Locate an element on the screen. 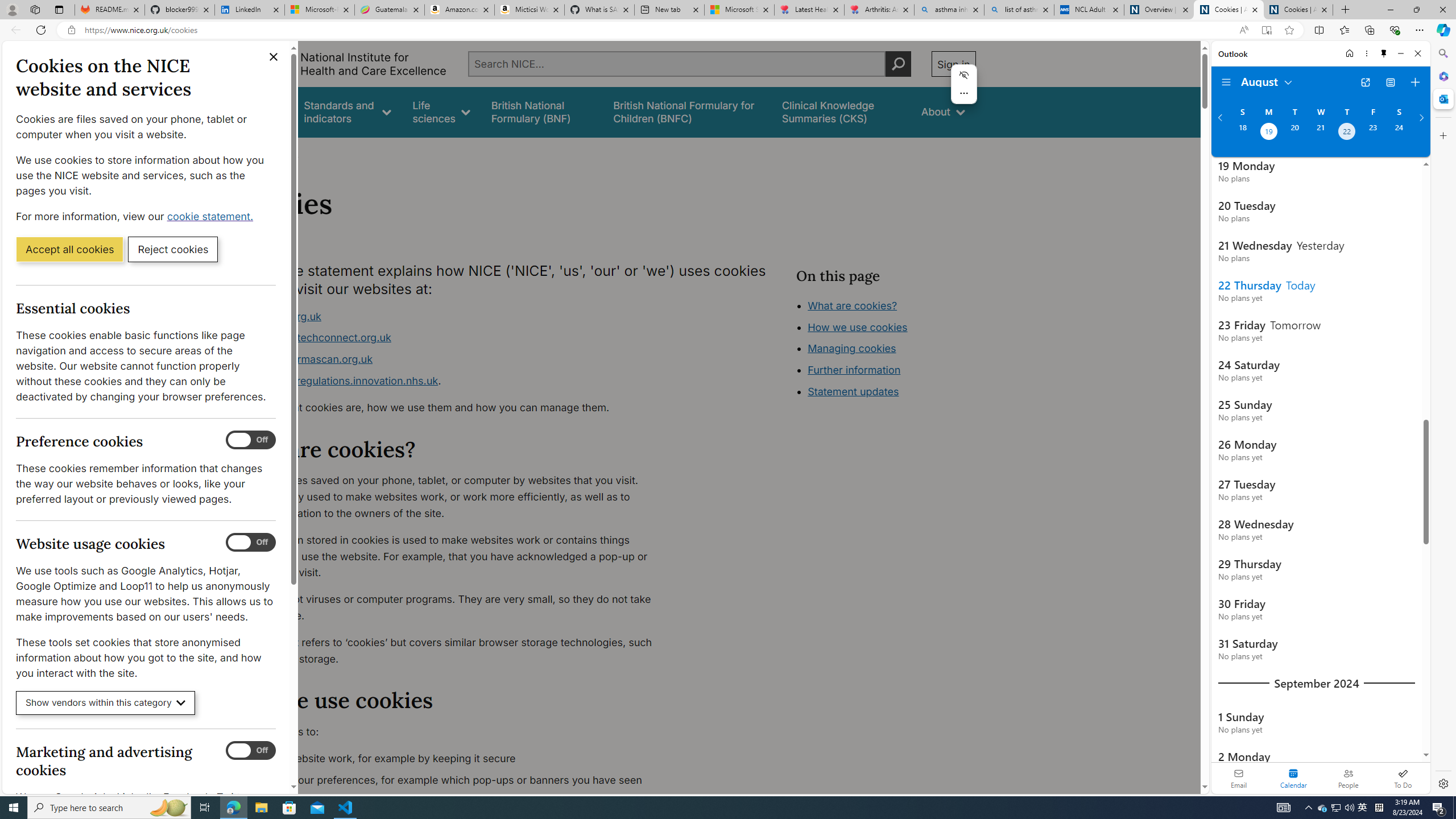 This screenshot has width=1456, height=819. 'Home>' is located at coordinates (246, 152).